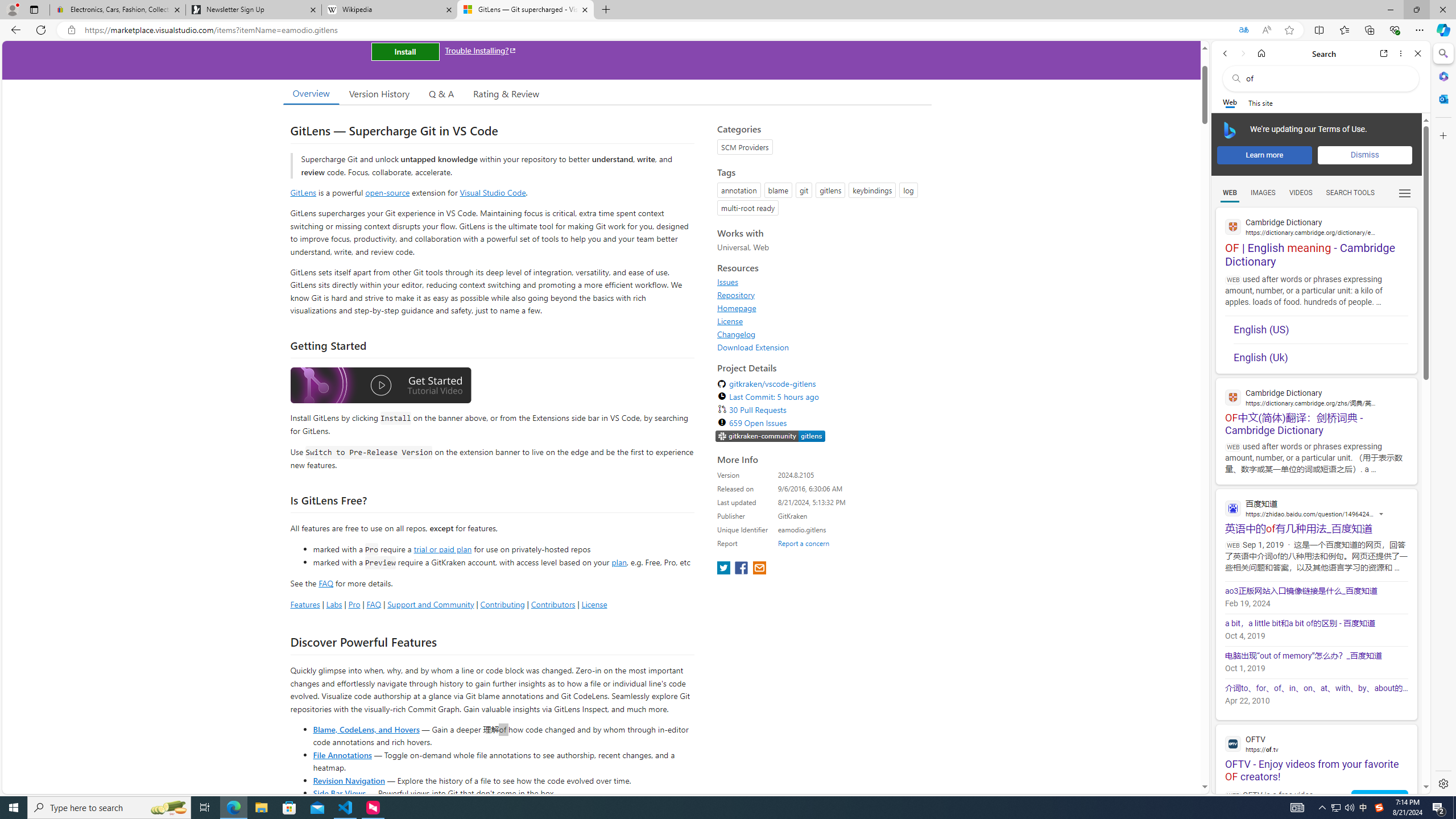  Describe the element at coordinates (737, 333) in the screenshot. I see `'Changelog'` at that location.